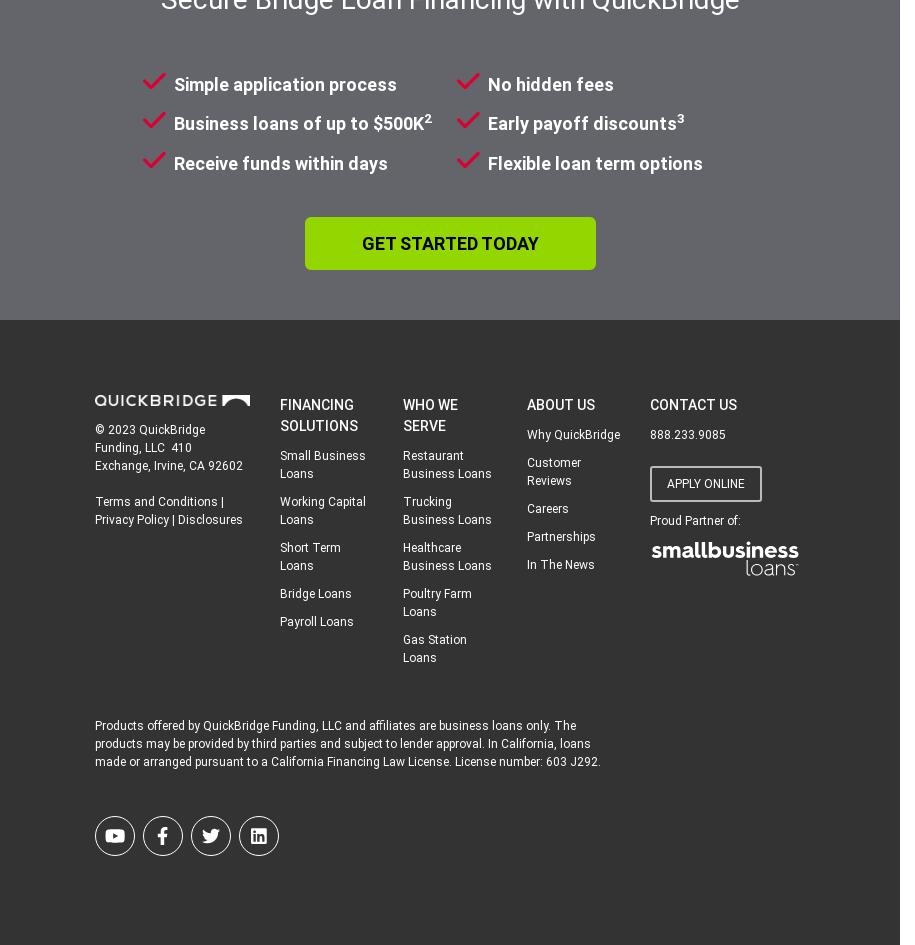  Describe the element at coordinates (322, 509) in the screenshot. I see `'Working Capital Loans'` at that location.